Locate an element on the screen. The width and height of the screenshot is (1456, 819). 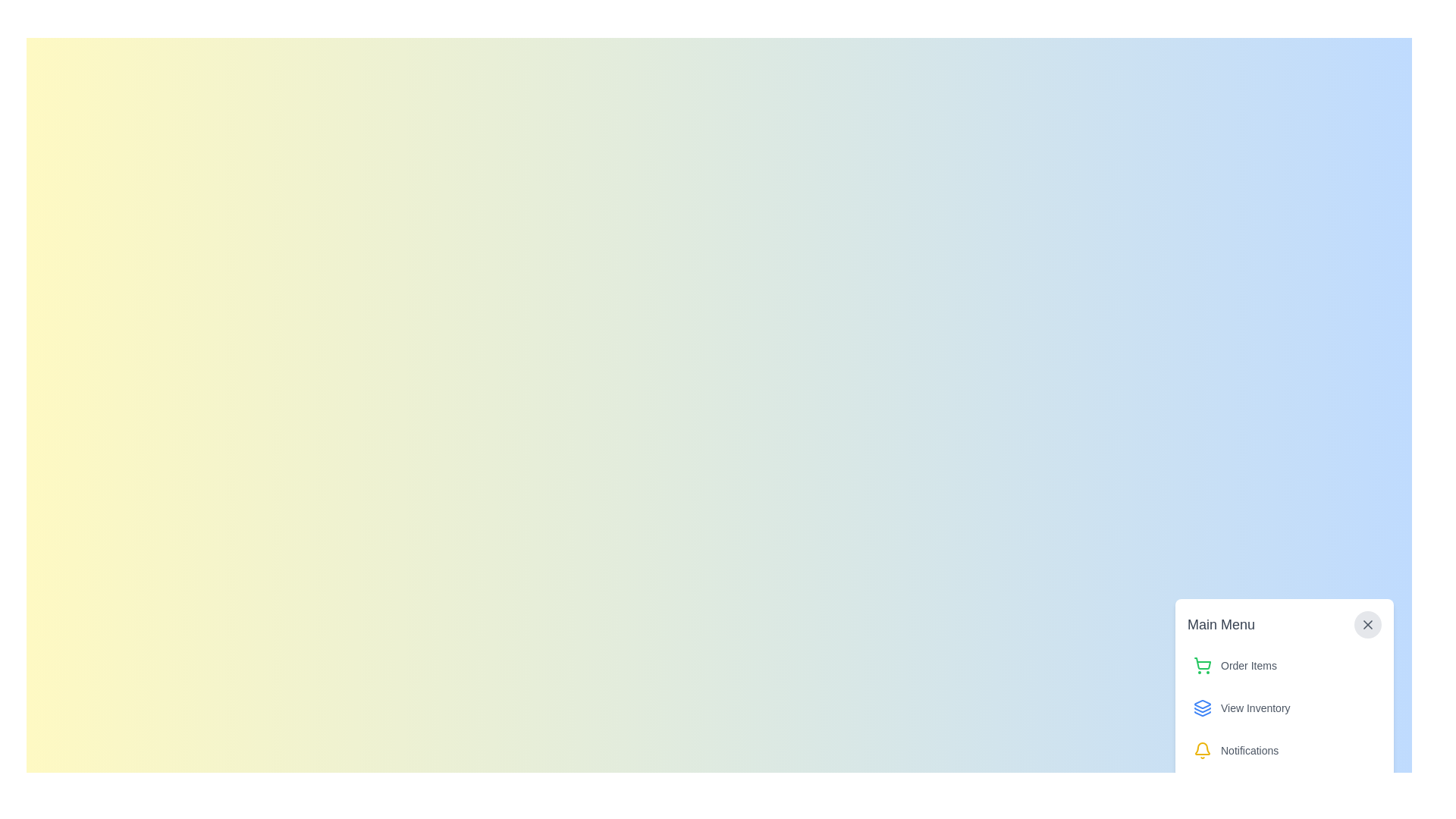
the icon located to the left of the 'View Inventory' text in the second item of the vertical menu list in the bottom-right corner is located at coordinates (1201, 708).